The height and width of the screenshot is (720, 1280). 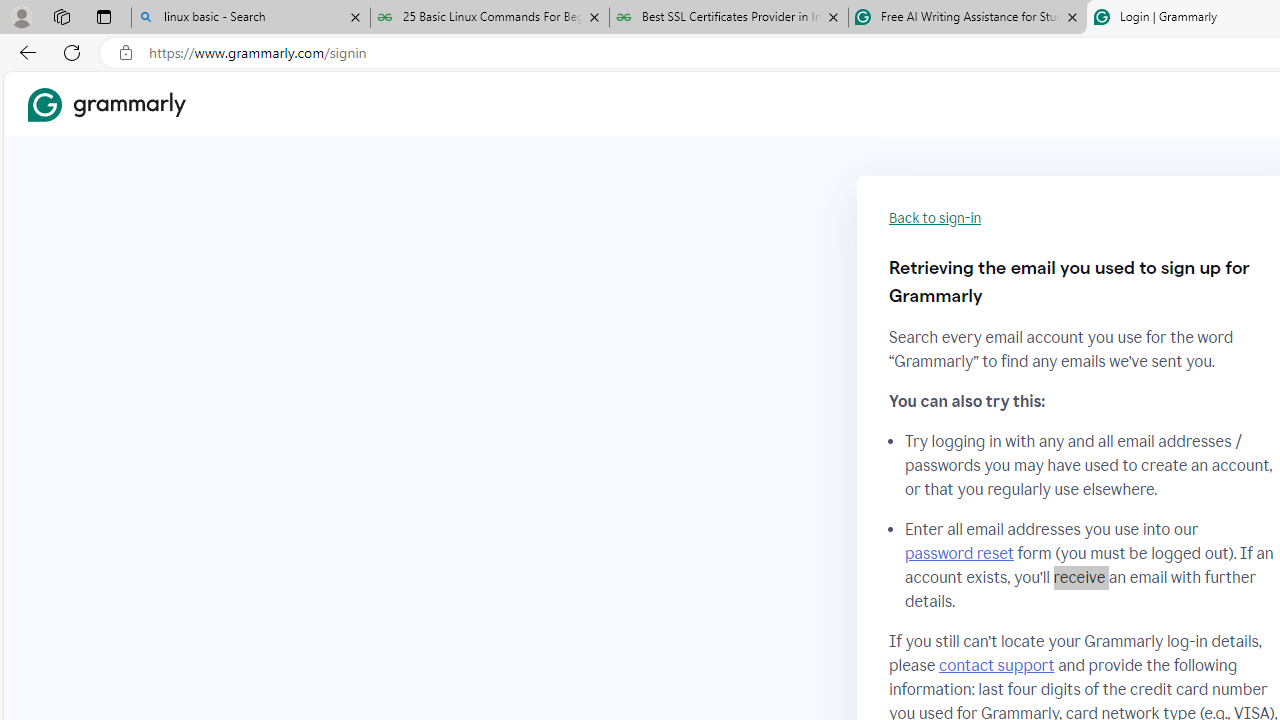 What do you see at coordinates (728, 17) in the screenshot?
I see `'Best SSL Certificates Provider in India - GeeksforGeeks'` at bounding box center [728, 17].